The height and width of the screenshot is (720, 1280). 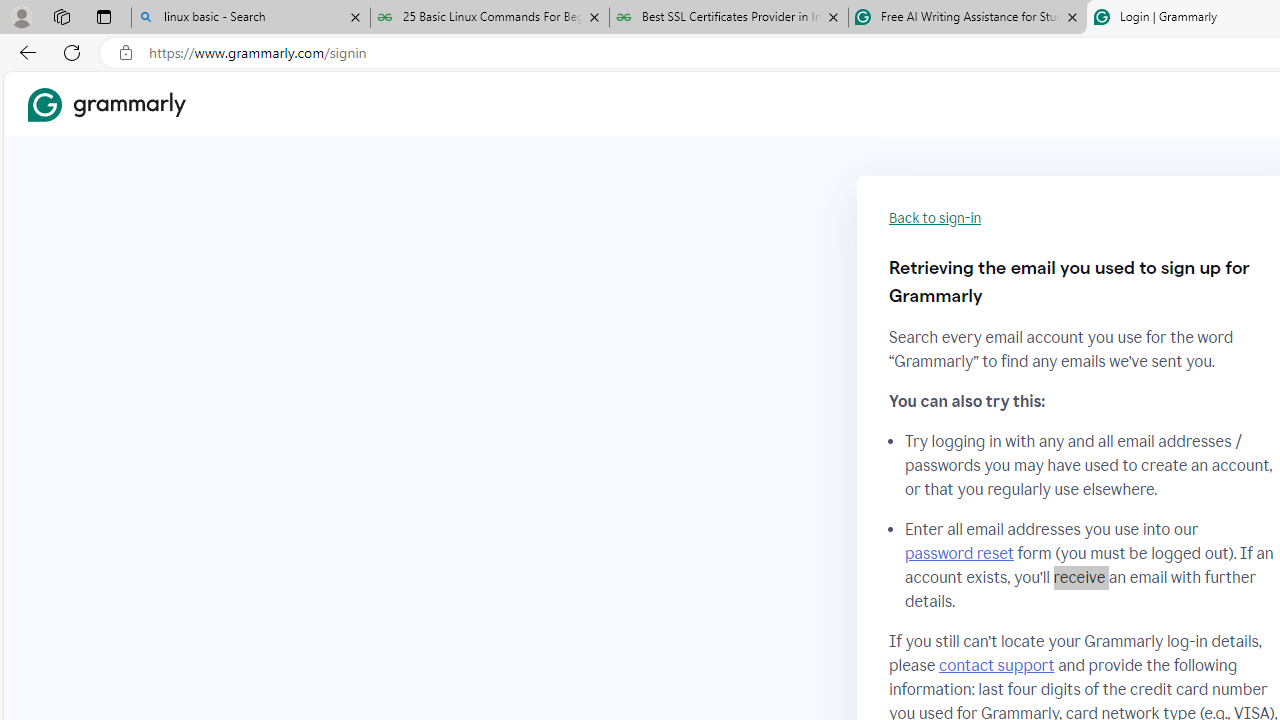 What do you see at coordinates (728, 17) in the screenshot?
I see `'Best SSL Certificates Provider in India - GeeksforGeeks'` at bounding box center [728, 17].